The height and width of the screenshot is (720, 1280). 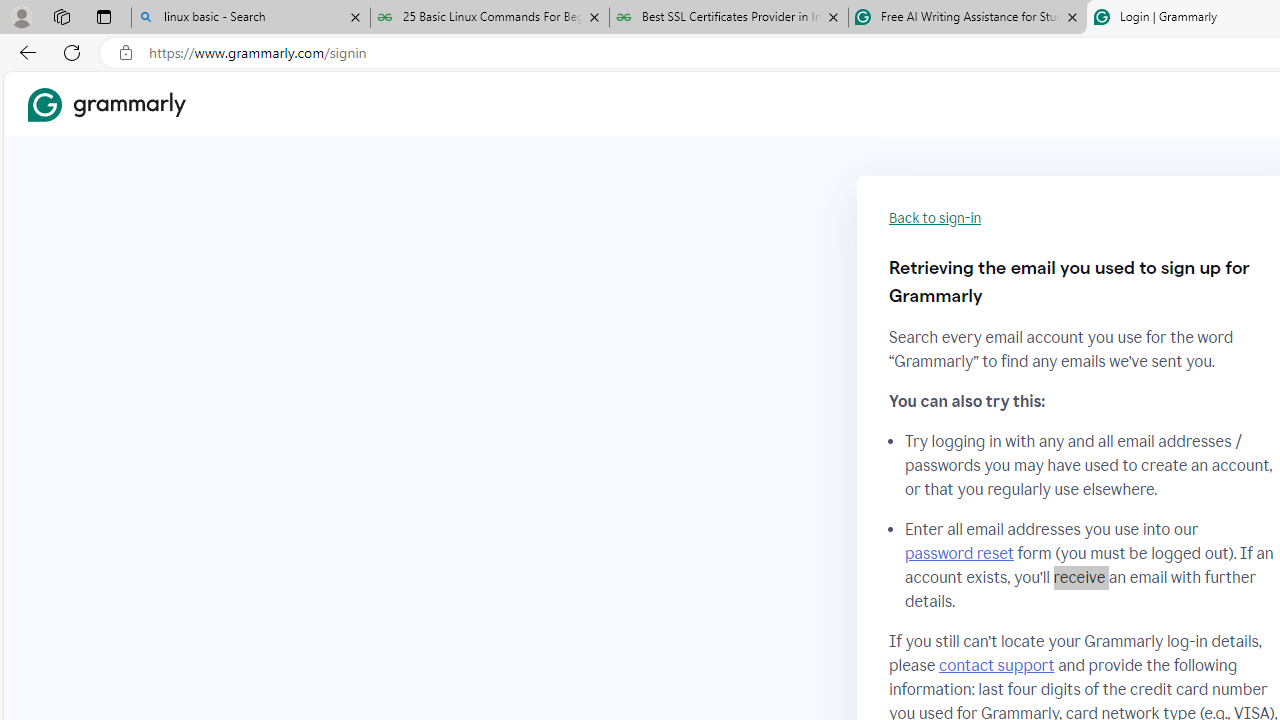 What do you see at coordinates (728, 17) in the screenshot?
I see `'Best SSL Certificates Provider in India - GeeksforGeeks'` at bounding box center [728, 17].